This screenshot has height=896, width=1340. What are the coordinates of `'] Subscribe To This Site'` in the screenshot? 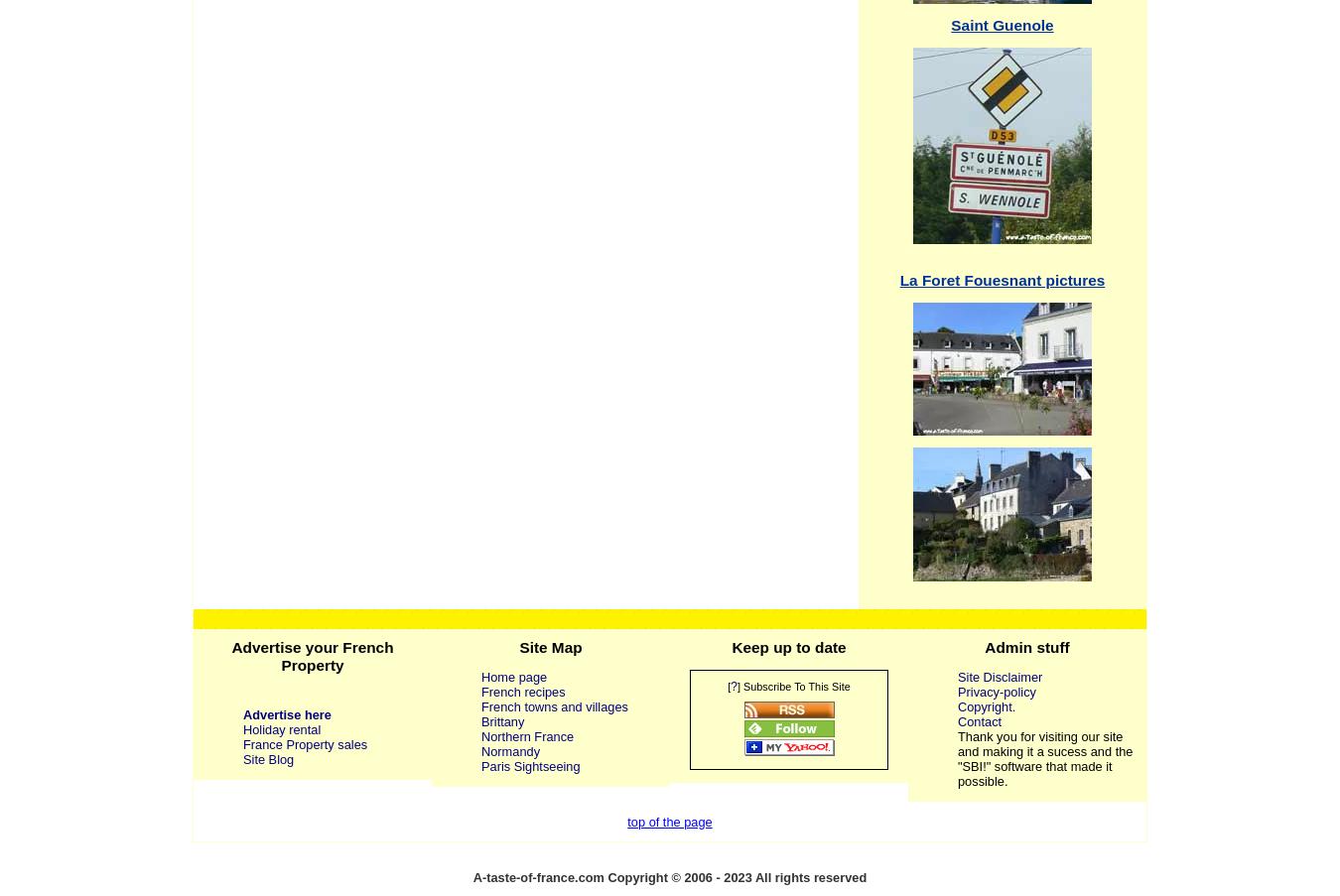 It's located at (793, 684).